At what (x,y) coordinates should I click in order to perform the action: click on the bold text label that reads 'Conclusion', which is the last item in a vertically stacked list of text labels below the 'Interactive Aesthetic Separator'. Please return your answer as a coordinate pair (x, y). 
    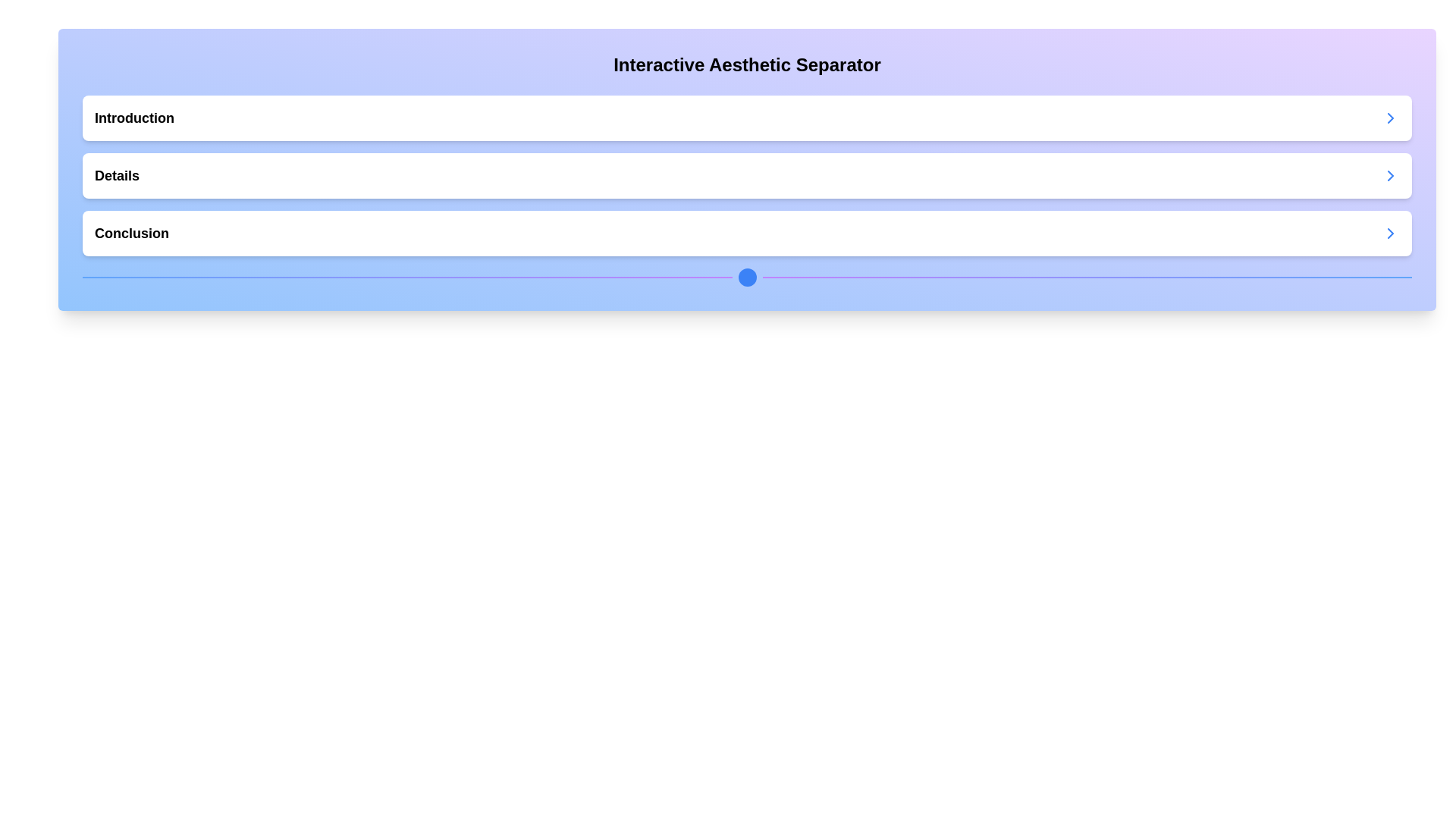
    Looking at the image, I should click on (131, 234).